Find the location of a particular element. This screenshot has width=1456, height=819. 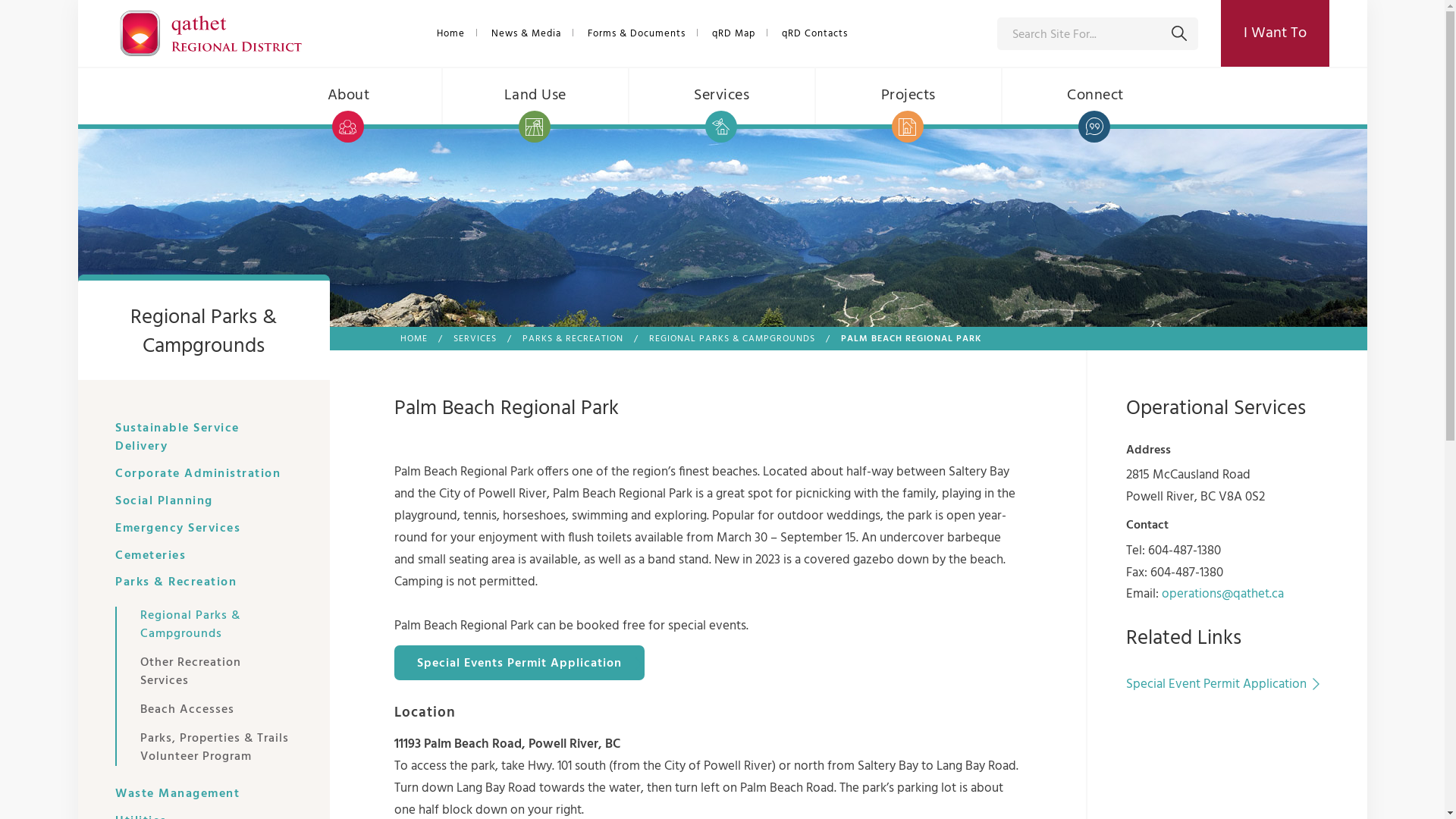

'REGIONAL PARKS & CAMPGROUNDS' is located at coordinates (732, 338).